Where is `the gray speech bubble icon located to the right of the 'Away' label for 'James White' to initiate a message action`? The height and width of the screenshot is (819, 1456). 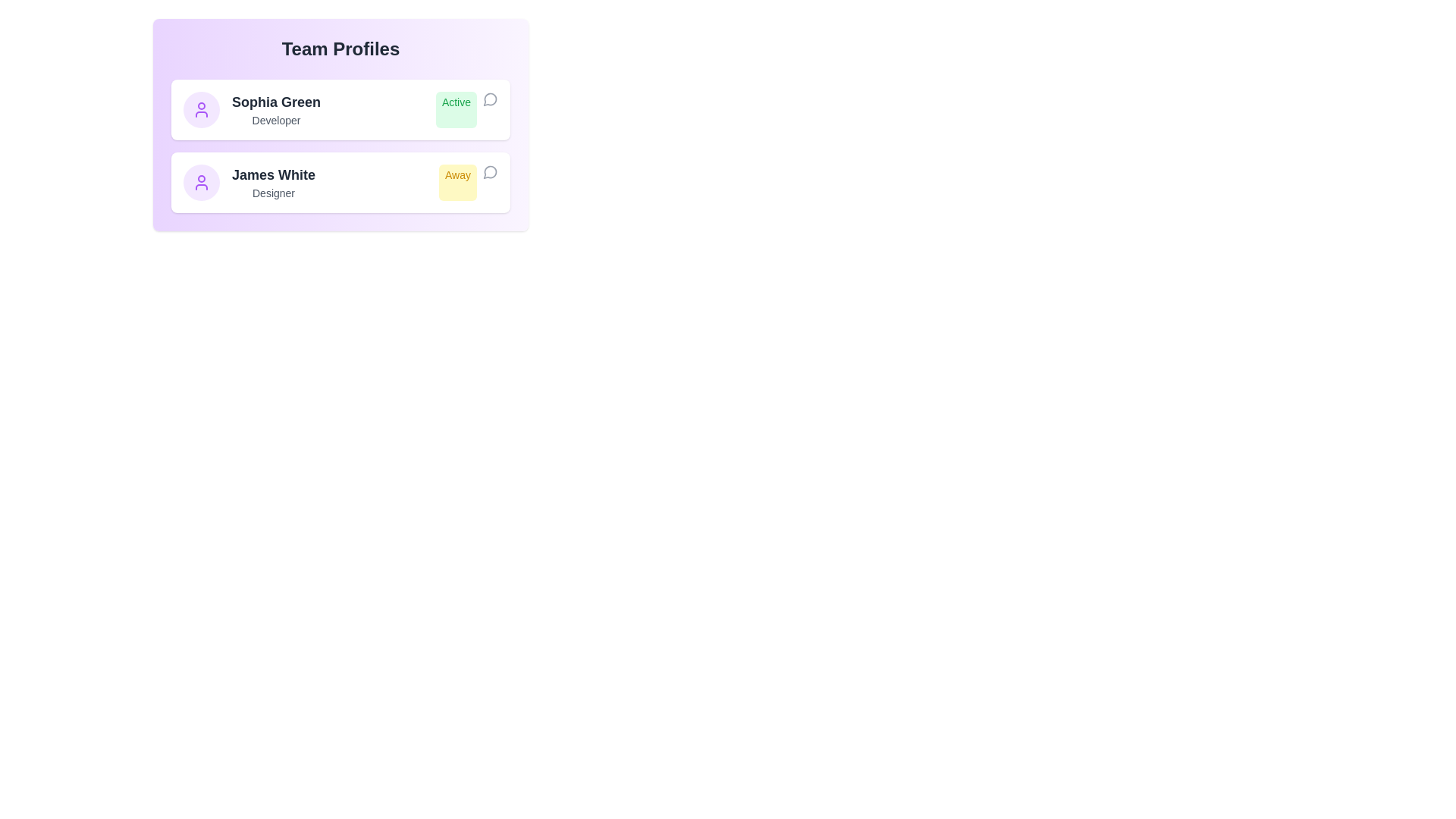 the gray speech bubble icon located to the right of the 'Away' label for 'James White' to initiate a message action is located at coordinates (491, 171).